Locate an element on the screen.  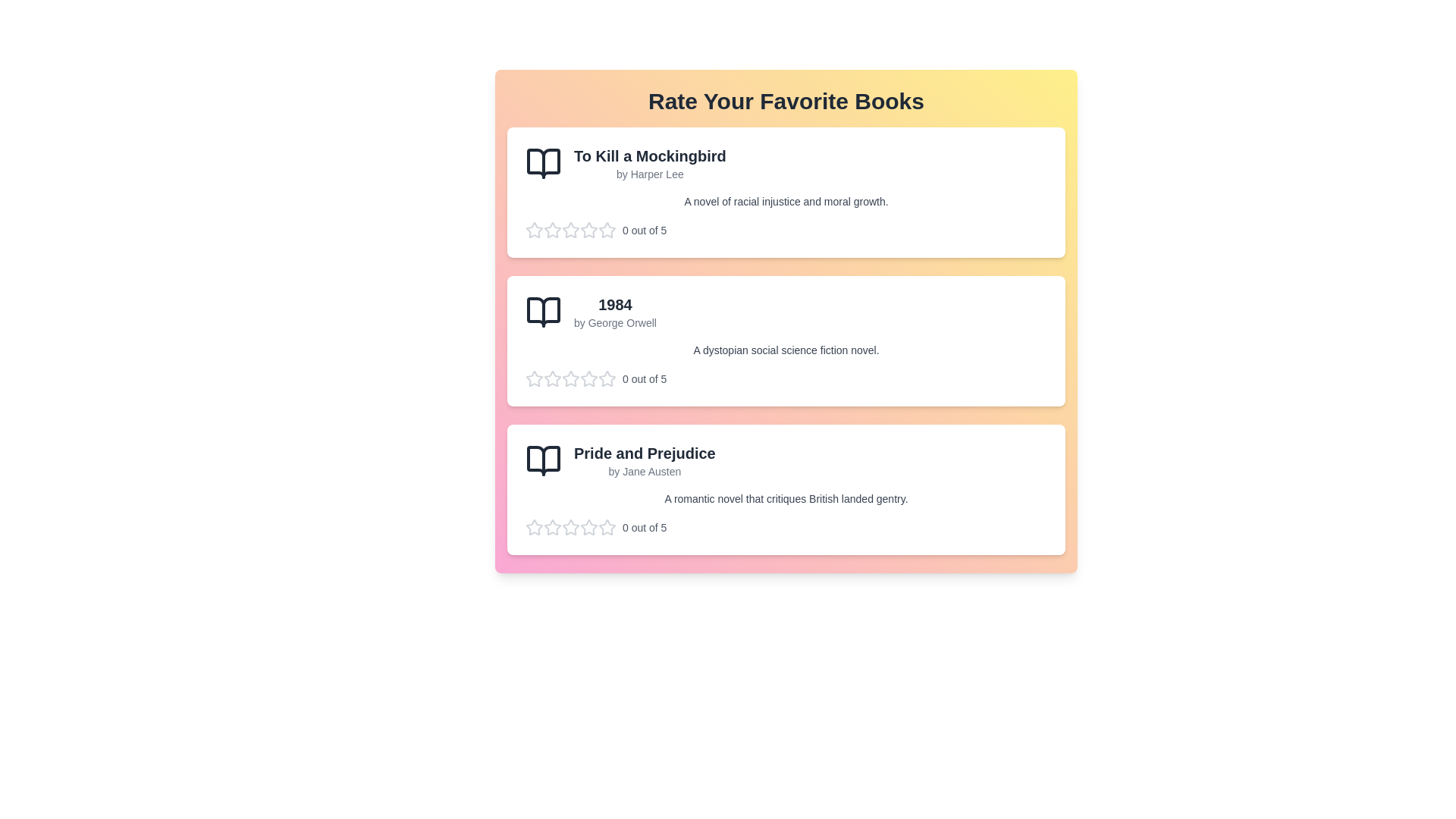
text label that serves as the title of the book, positioned above the 'by George Orwell' text in the 'Rate Your Favorite Books' section is located at coordinates (615, 304).